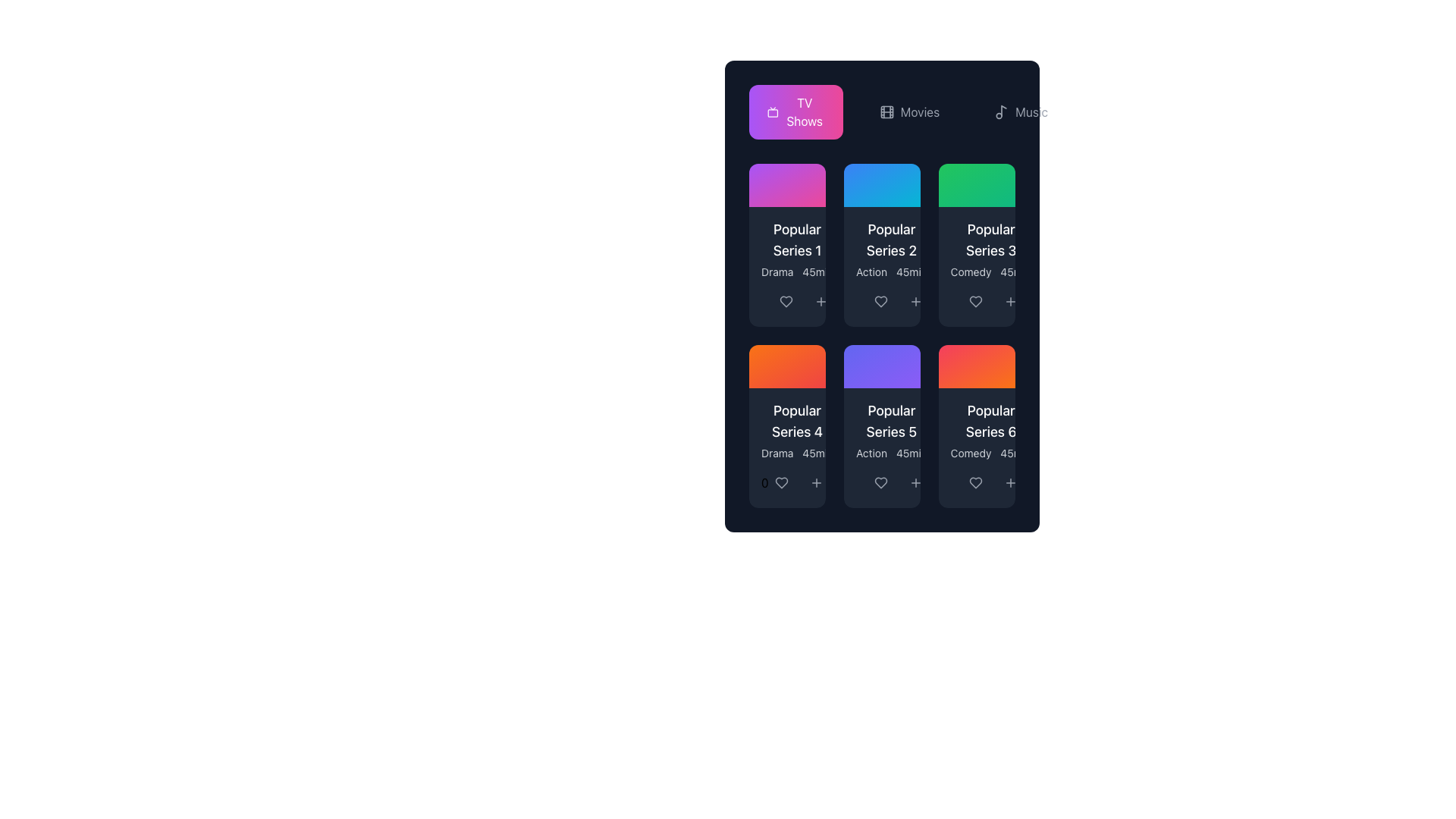 This screenshot has width=1456, height=819. I want to click on the text label that indicates the genre ('Drama') and duration ('45min') of the series, located directly underneath the title 'Popular Series 4' in the bottom-left section of the main card, so click(796, 452).